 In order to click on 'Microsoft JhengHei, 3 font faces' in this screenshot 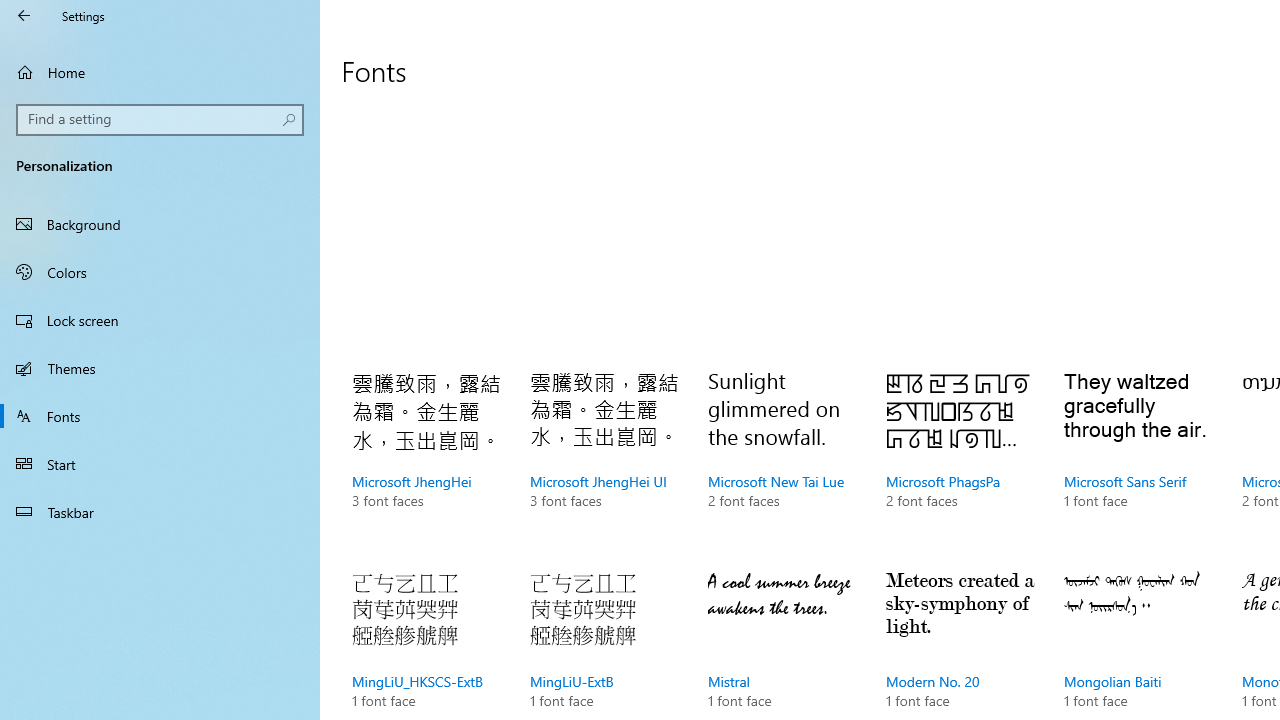, I will do `click(425, 460)`.